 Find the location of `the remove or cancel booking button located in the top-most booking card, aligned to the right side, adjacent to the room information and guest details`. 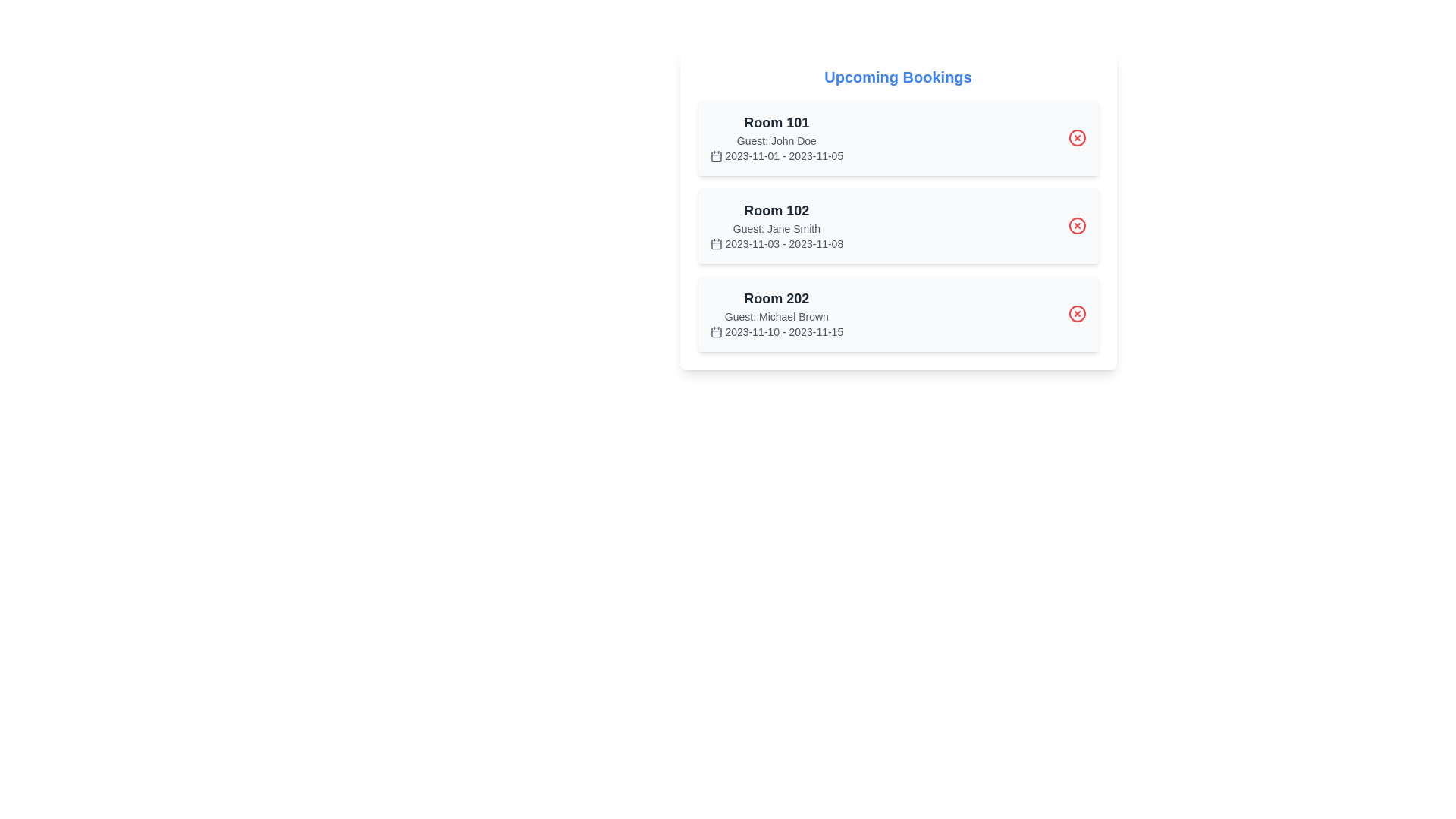

the remove or cancel booking button located in the top-most booking card, aligned to the right side, adjacent to the room information and guest details is located at coordinates (1076, 137).